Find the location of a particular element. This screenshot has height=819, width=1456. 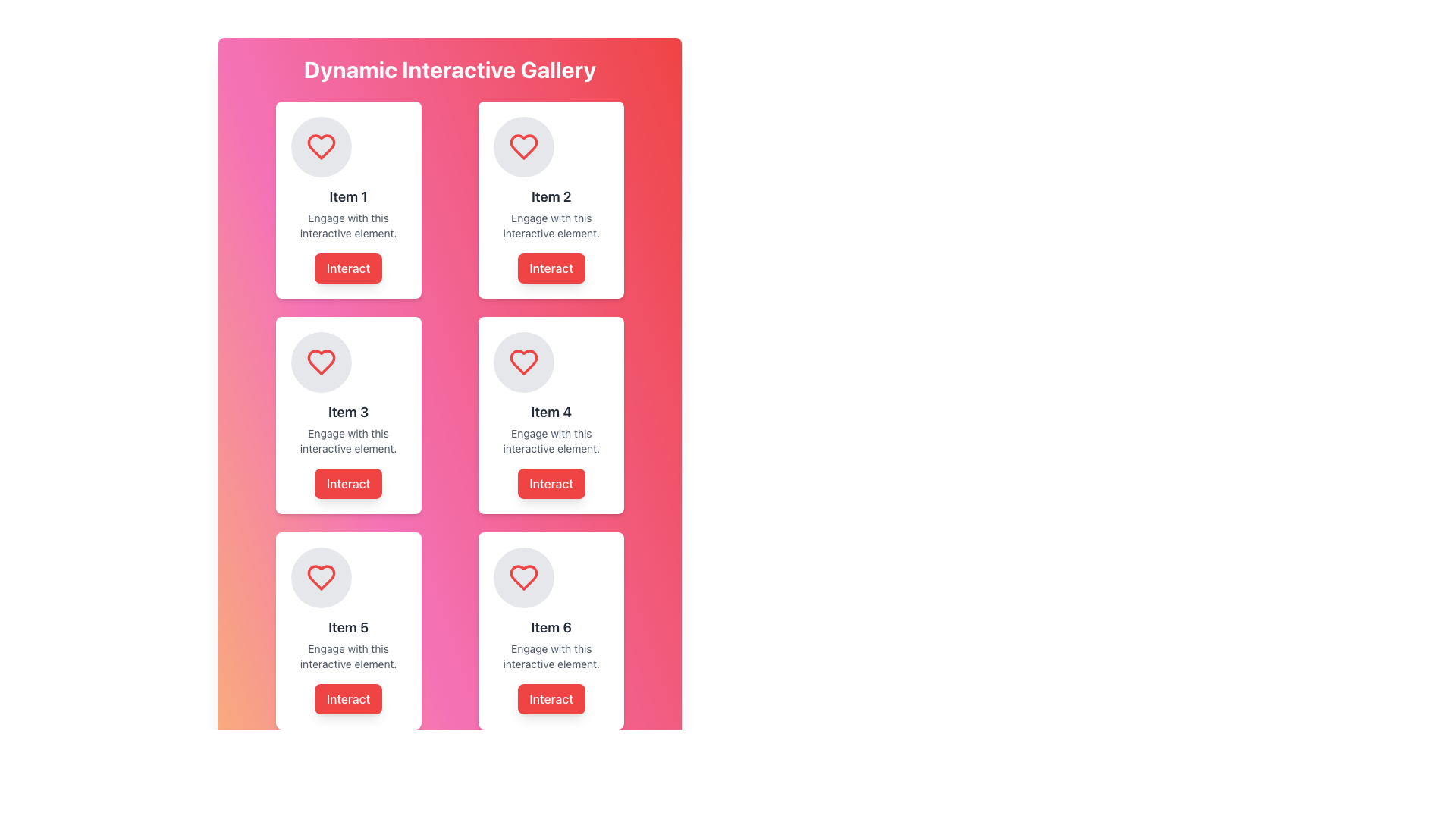

the red heart icon located inside the circular avatar area of the 'Item 1' card in the top-left position of the grid is located at coordinates (320, 146).